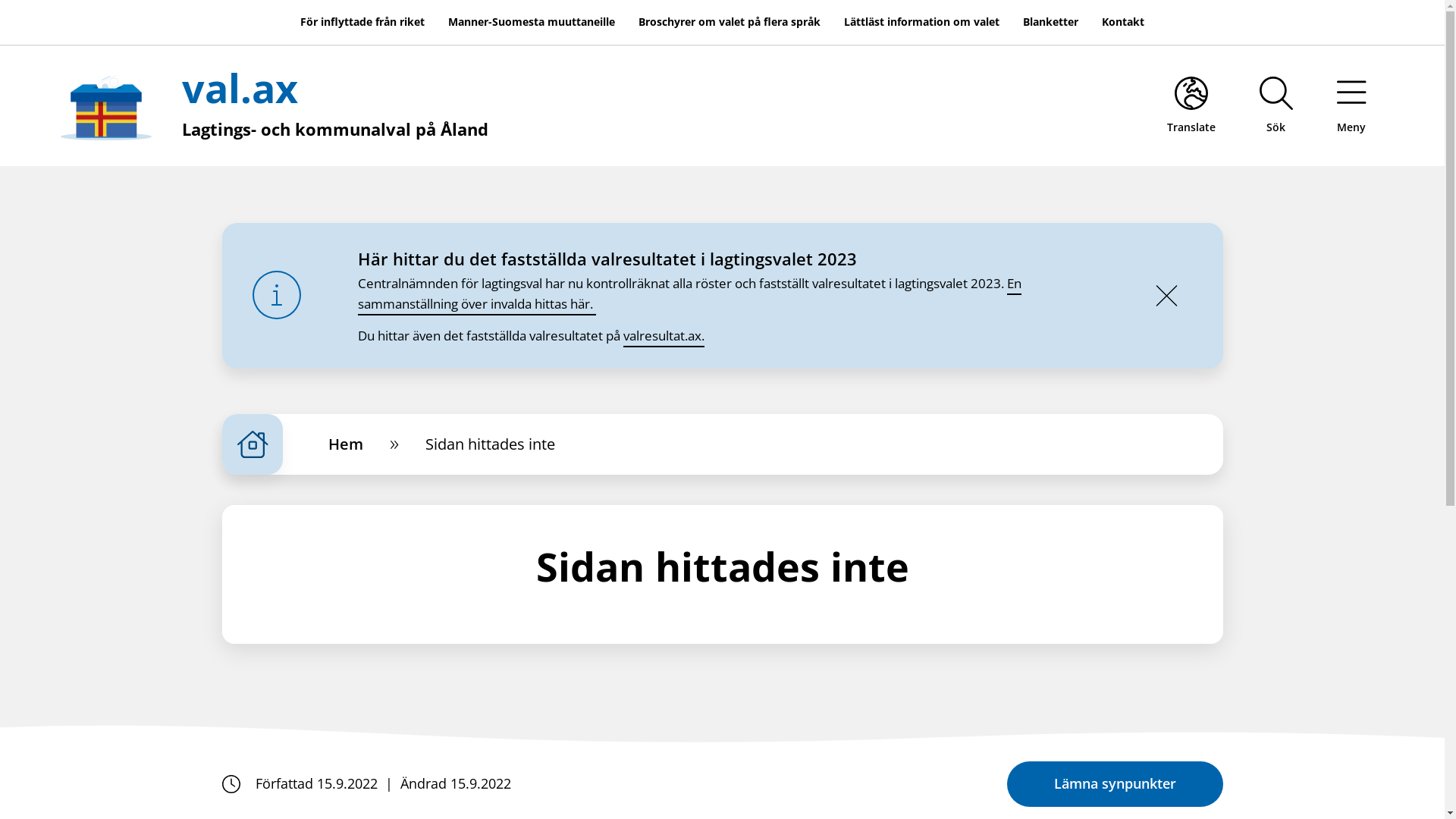 The height and width of the screenshot is (819, 1456). I want to click on 'Blanketter', so click(1050, 22).